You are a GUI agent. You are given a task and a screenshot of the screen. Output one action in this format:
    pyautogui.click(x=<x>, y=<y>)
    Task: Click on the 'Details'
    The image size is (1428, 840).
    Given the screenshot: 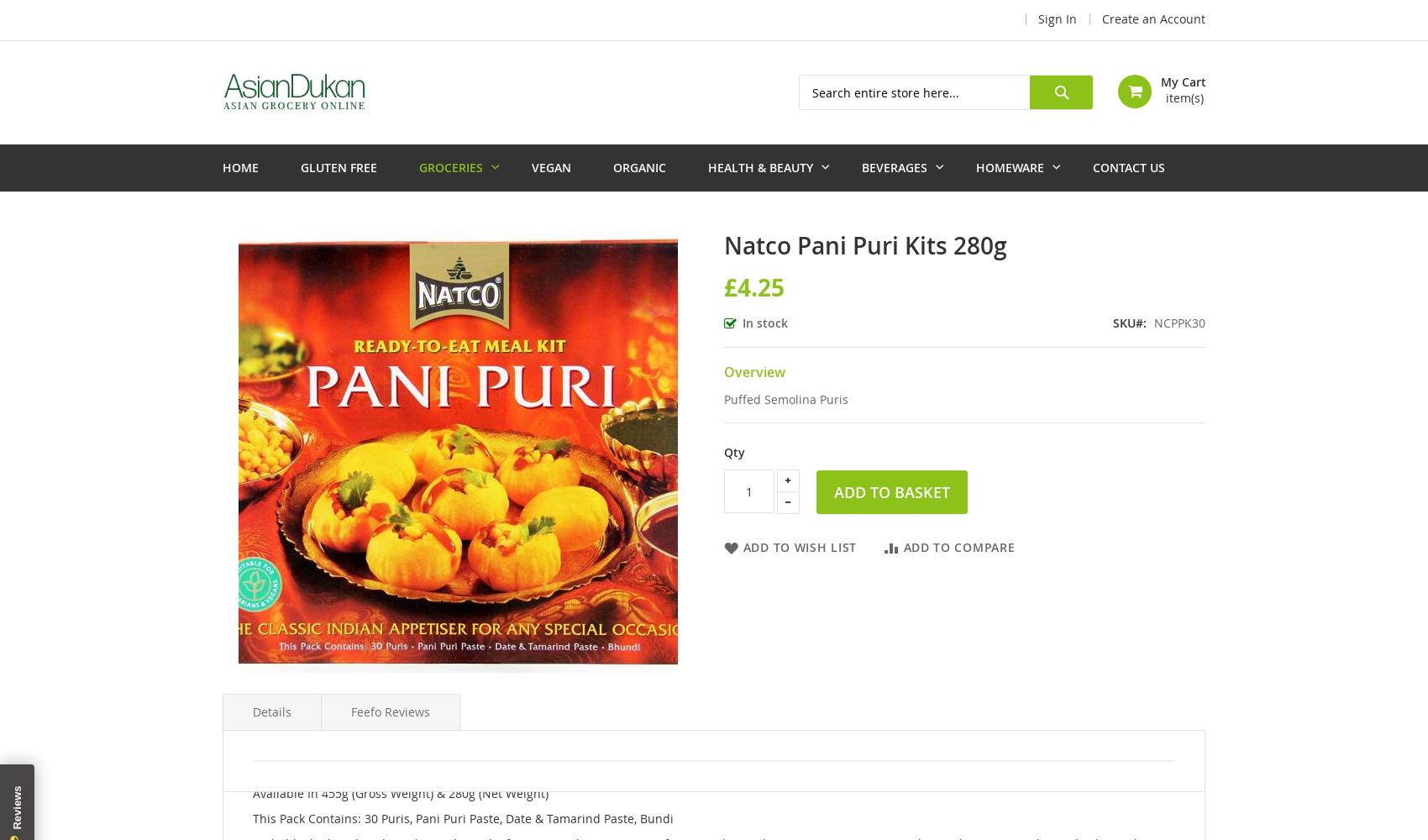 What is the action you would take?
    pyautogui.click(x=271, y=711)
    